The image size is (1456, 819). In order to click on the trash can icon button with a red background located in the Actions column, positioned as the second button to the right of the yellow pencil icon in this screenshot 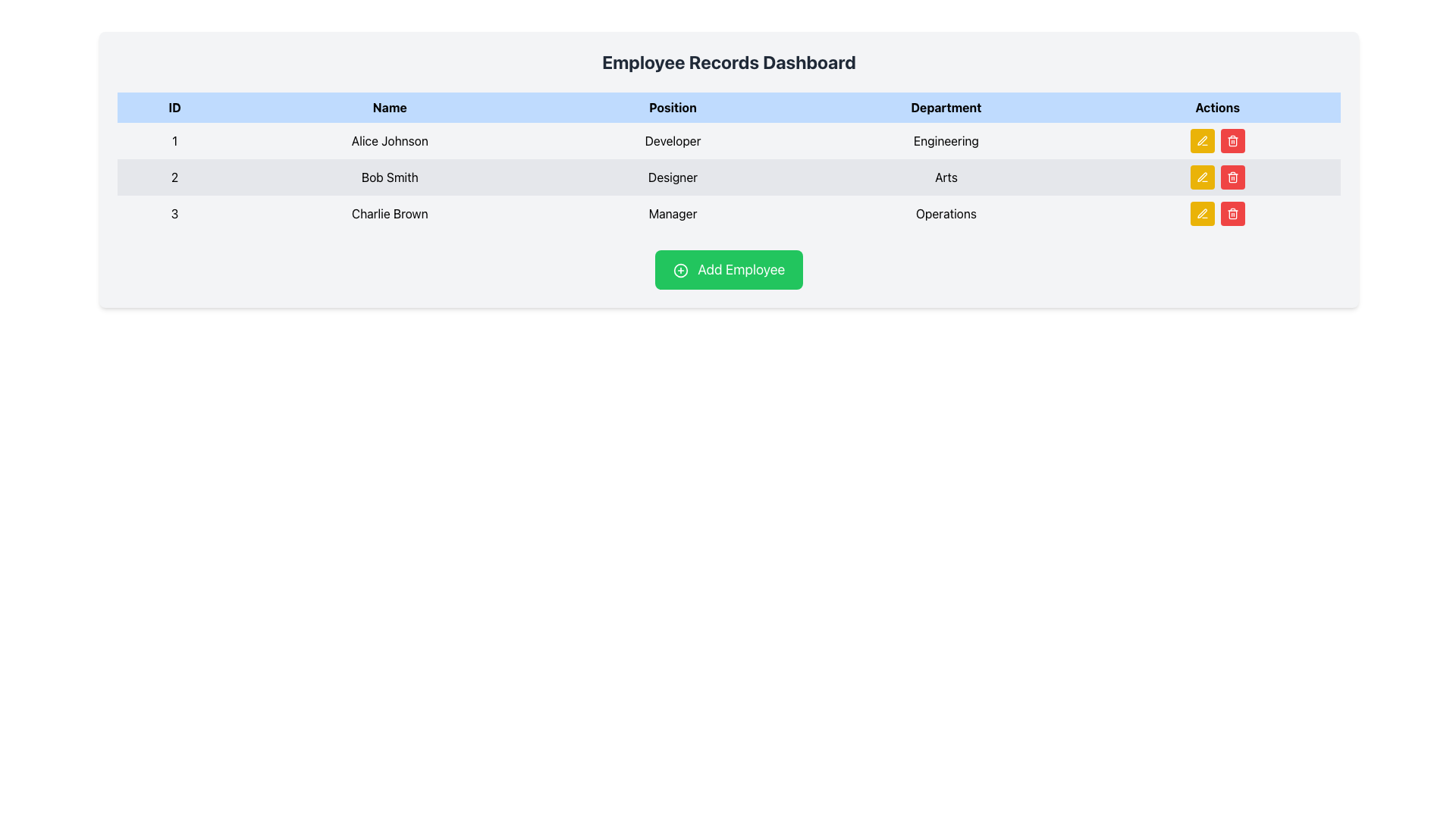, I will do `click(1232, 213)`.